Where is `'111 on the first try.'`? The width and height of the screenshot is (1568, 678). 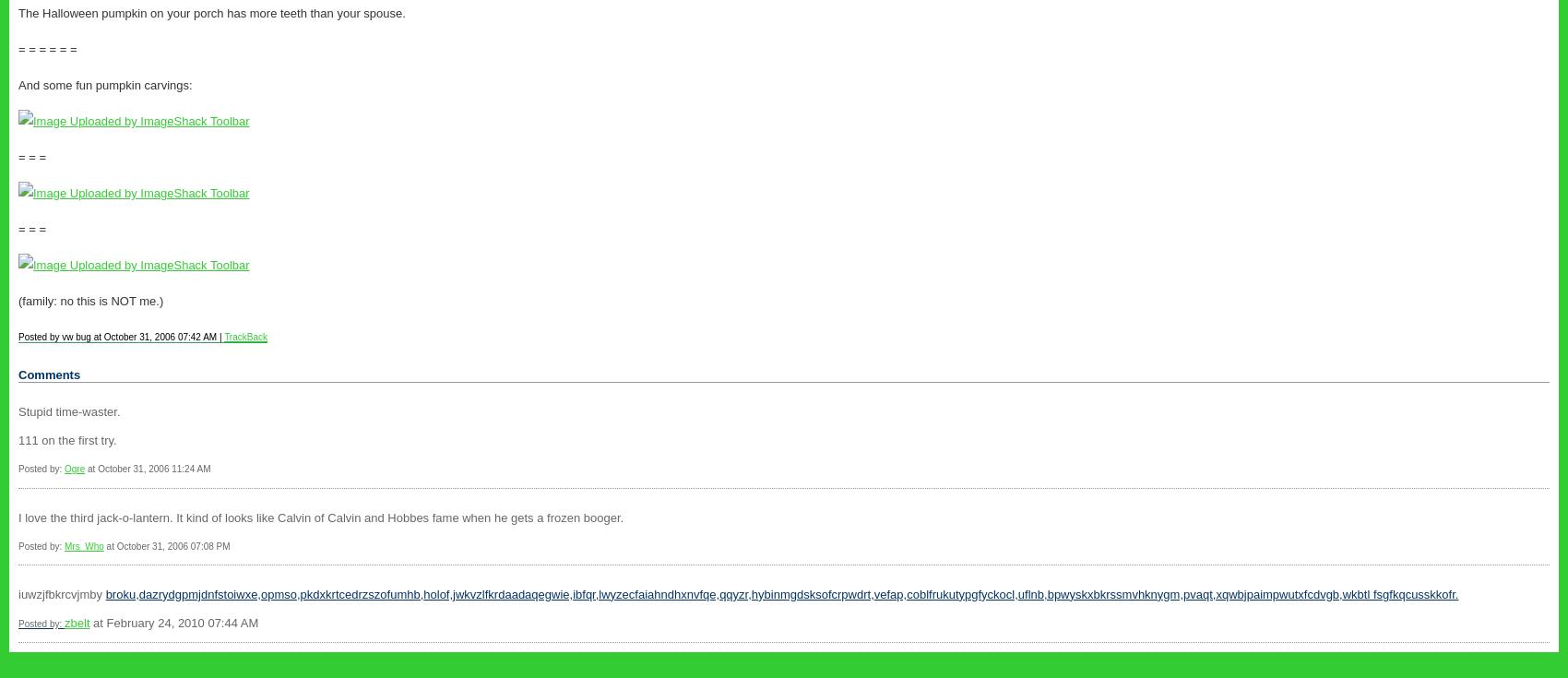 '111 on the first try.' is located at coordinates (66, 440).